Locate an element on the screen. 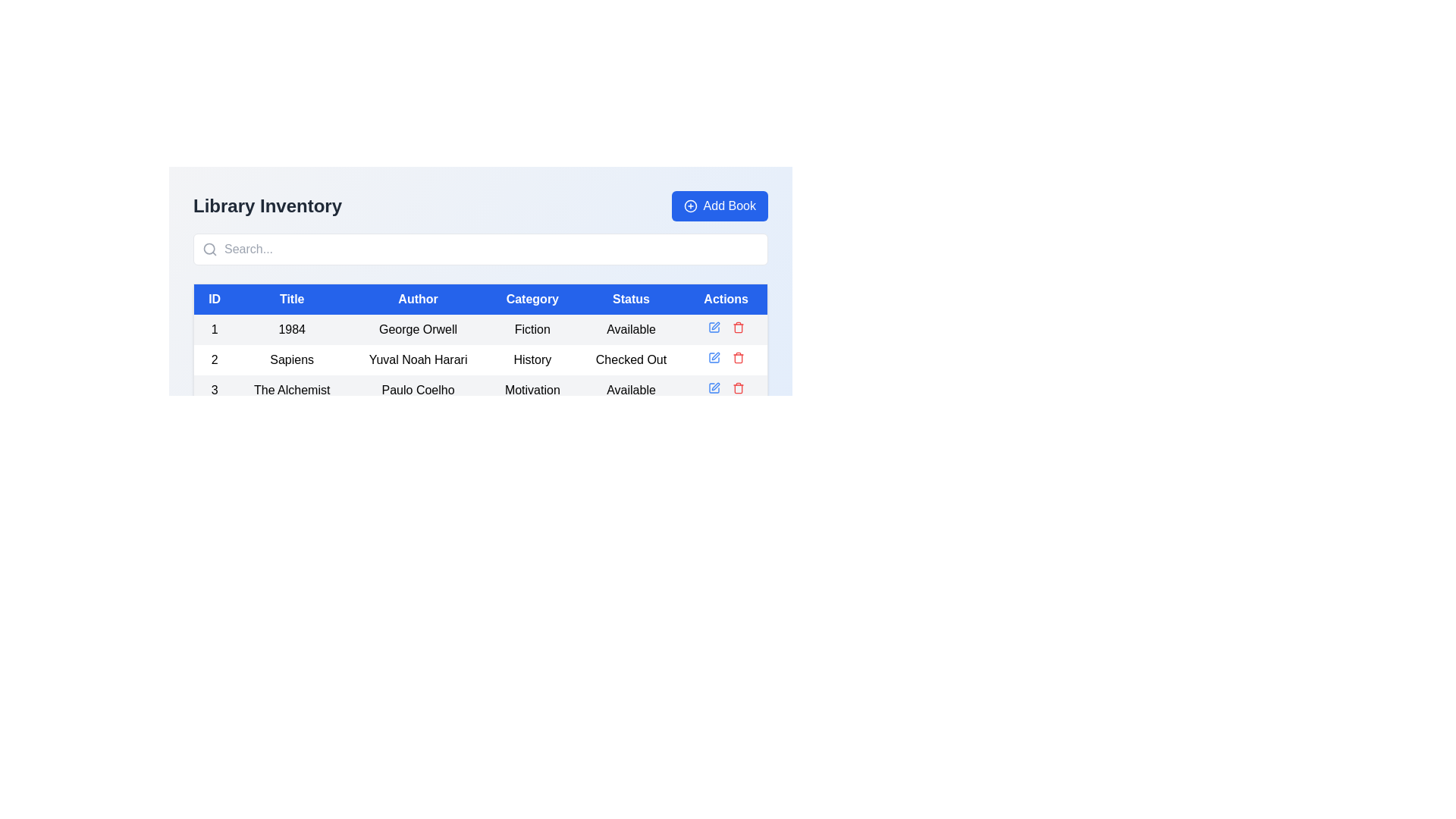  the red trash icon in the Actions column of the table for the book 'Sapiens' is located at coordinates (725, 359).